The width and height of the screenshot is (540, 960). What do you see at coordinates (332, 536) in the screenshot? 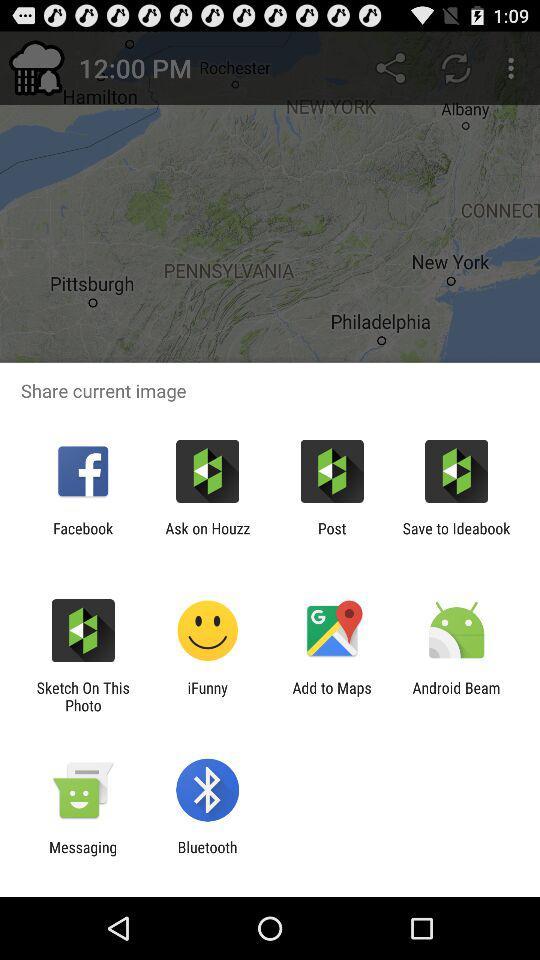
I see `the icon to the right of the ask on houzz icon` at bounding box center [332, 536].